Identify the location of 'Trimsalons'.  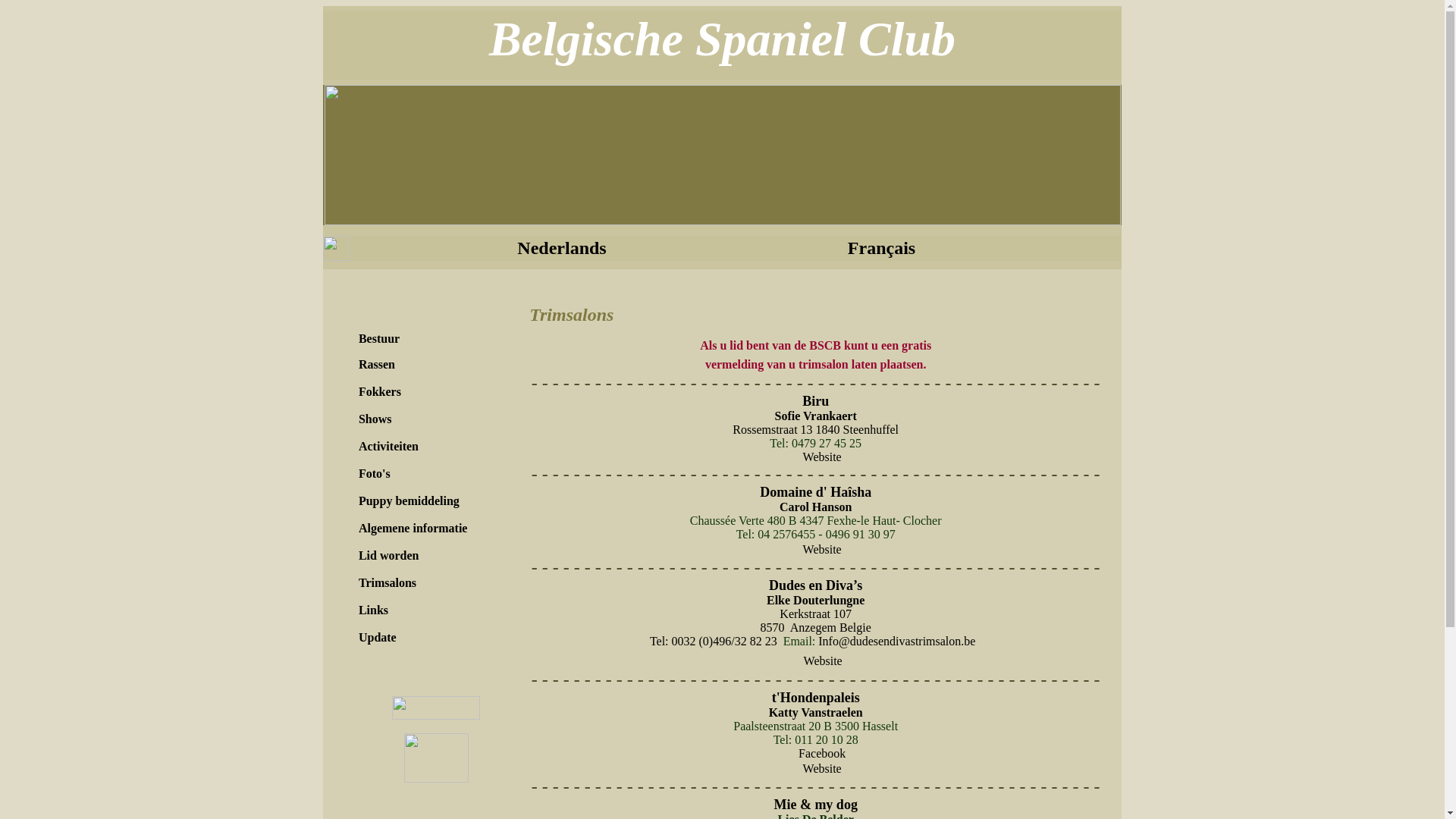
(387, 582).